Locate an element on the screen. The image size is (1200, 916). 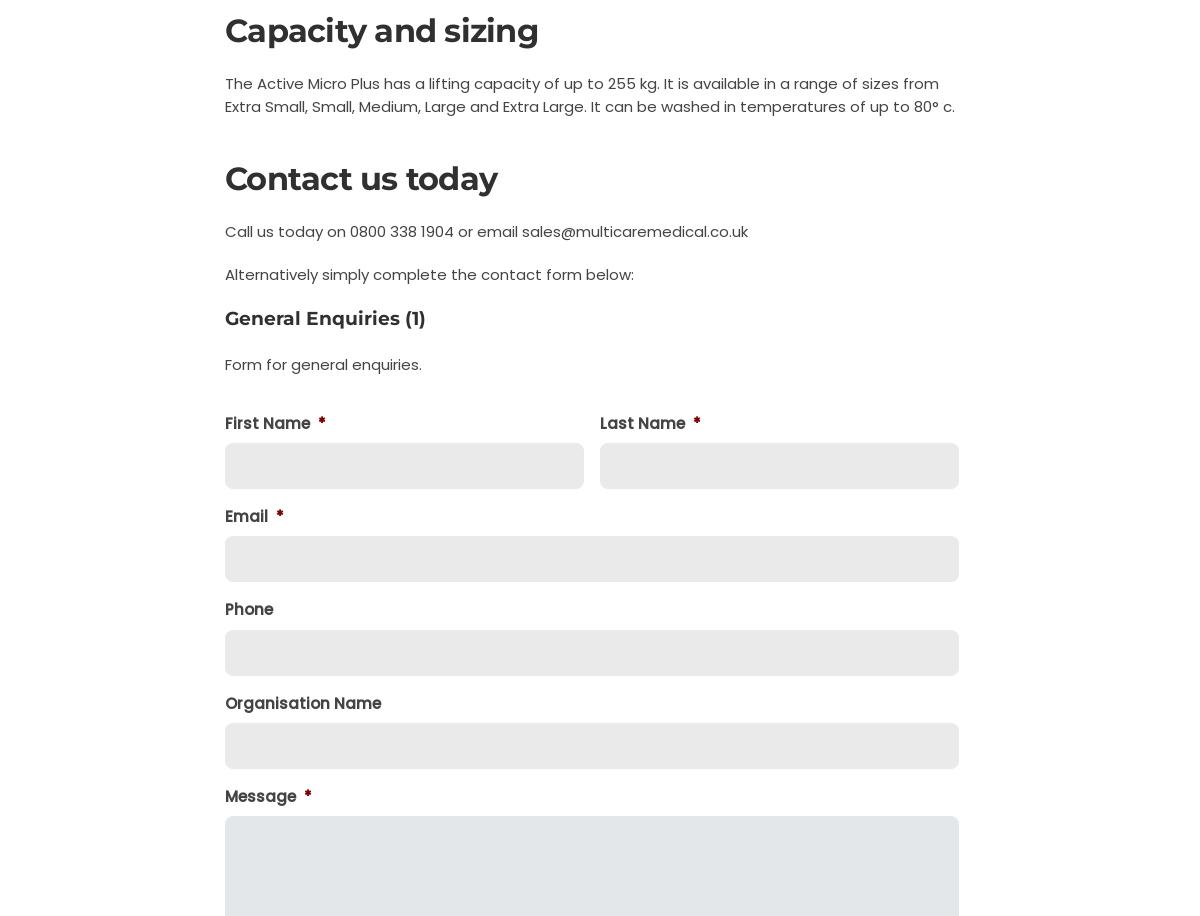
'Organisation Name' is located at coordinates (303, 702).